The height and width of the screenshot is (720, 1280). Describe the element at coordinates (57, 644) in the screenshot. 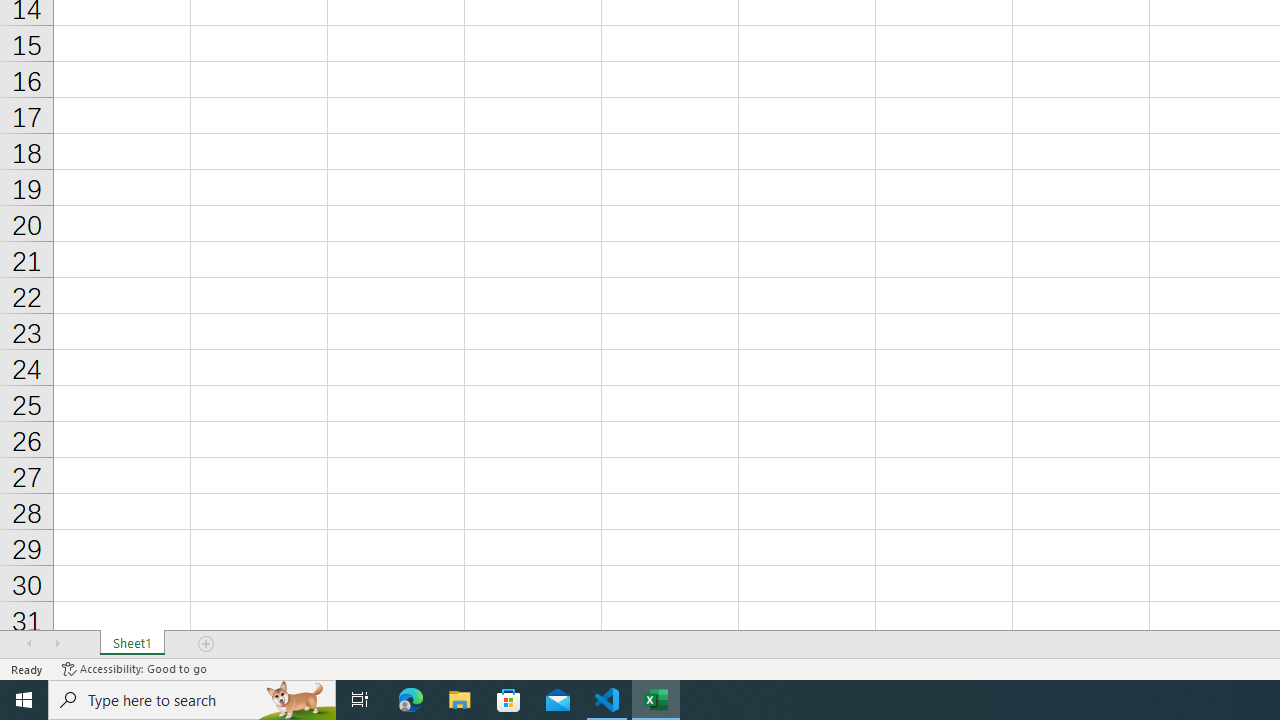

I see `'Scroll Right'` at that location.